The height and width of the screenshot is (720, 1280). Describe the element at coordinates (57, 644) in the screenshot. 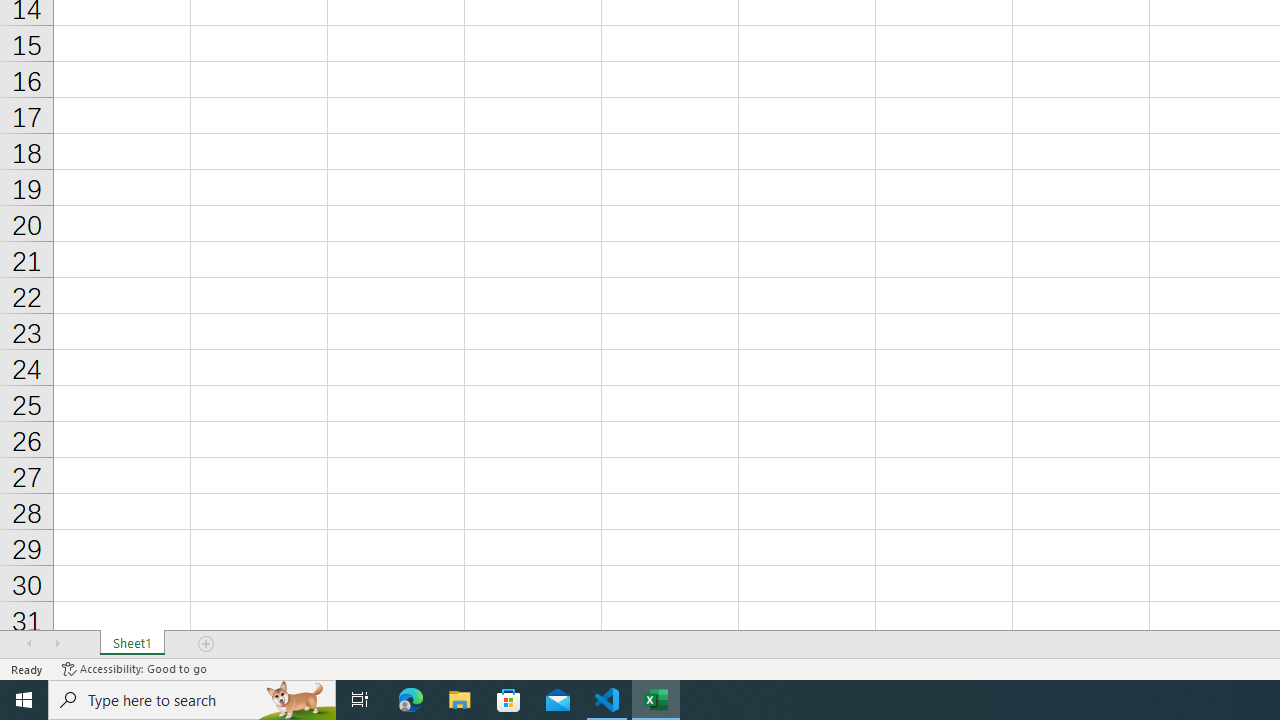

I see `'Scroll Right'` at that location.